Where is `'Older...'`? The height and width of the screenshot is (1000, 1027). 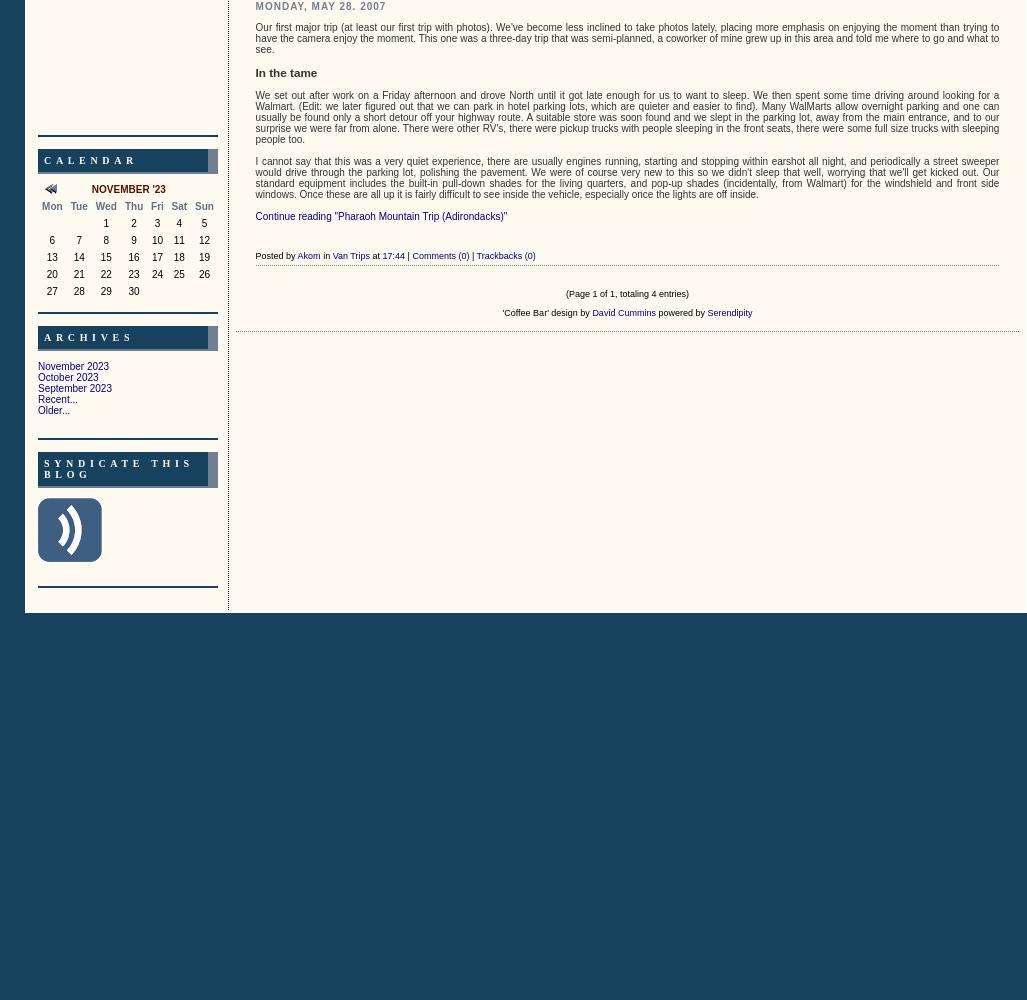 'Older...' is located at coordinates (54, 409).